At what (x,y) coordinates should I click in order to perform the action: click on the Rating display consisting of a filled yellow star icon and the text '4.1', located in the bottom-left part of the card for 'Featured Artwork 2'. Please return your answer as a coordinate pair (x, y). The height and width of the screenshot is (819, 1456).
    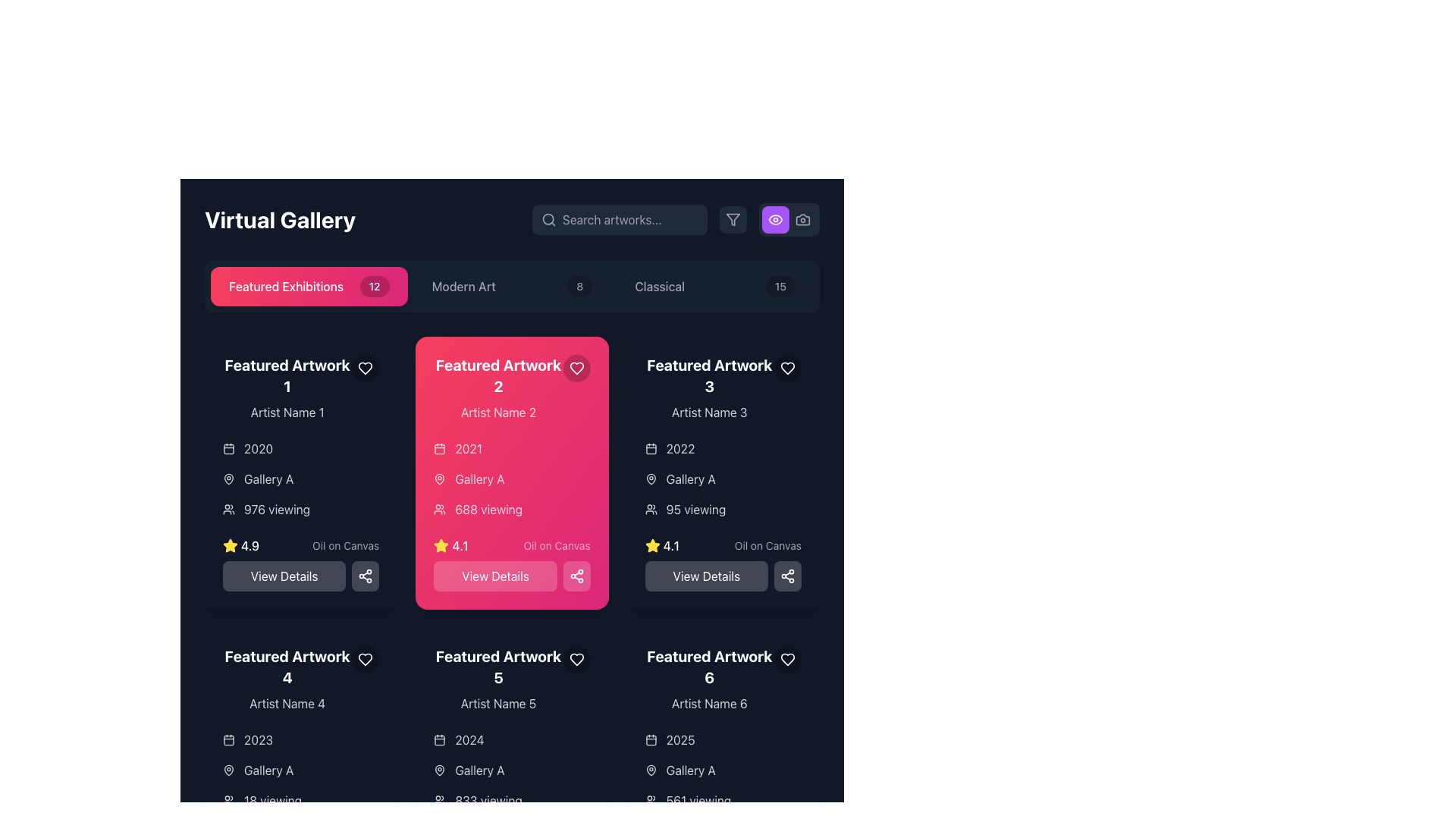
    Looking at the image, I should click on (450, 546).